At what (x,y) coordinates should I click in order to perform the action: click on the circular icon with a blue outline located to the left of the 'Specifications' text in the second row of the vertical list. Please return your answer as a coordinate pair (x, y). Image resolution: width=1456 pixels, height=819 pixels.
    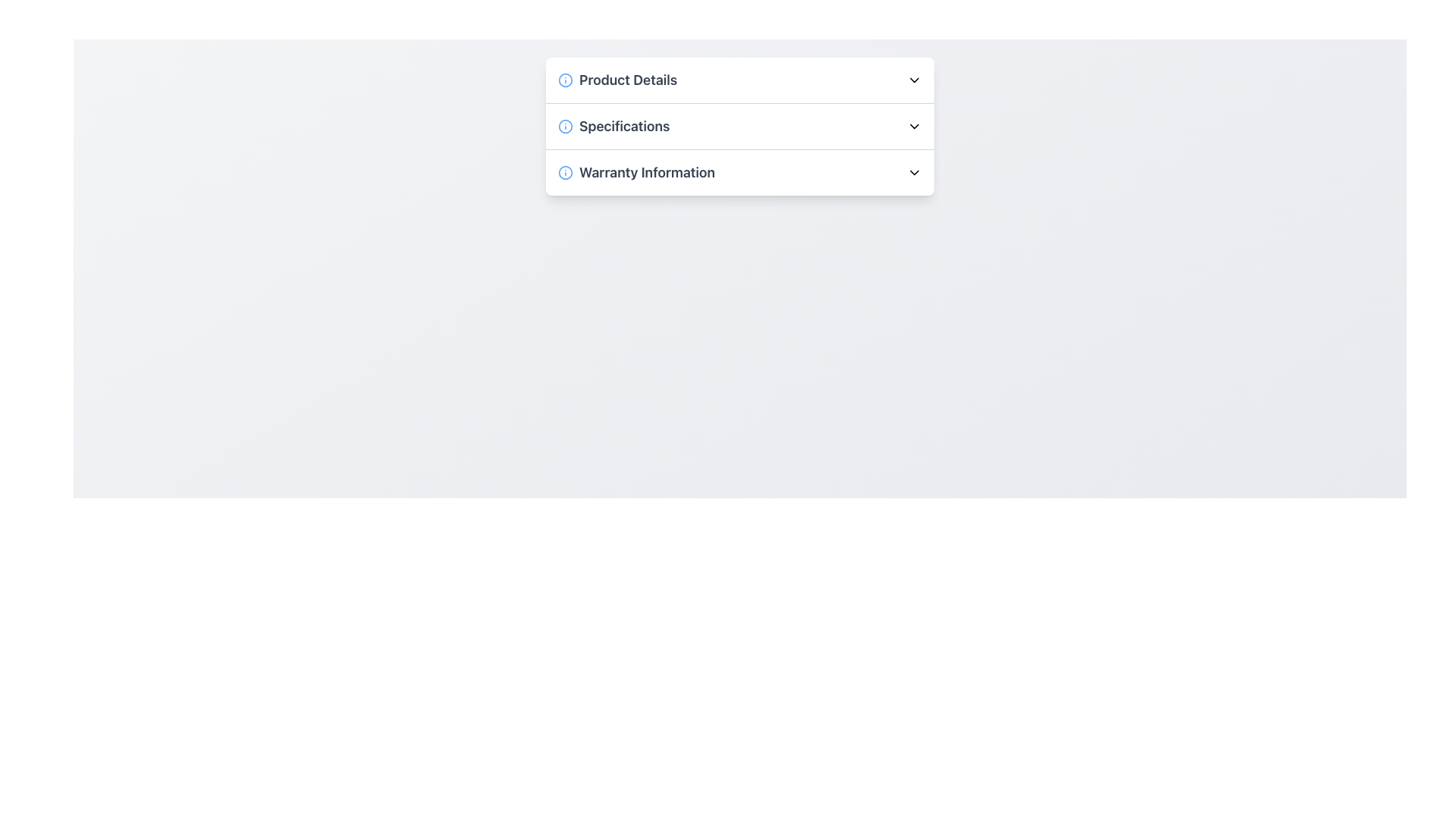
    Looking at the image, I should click on (564, 125).